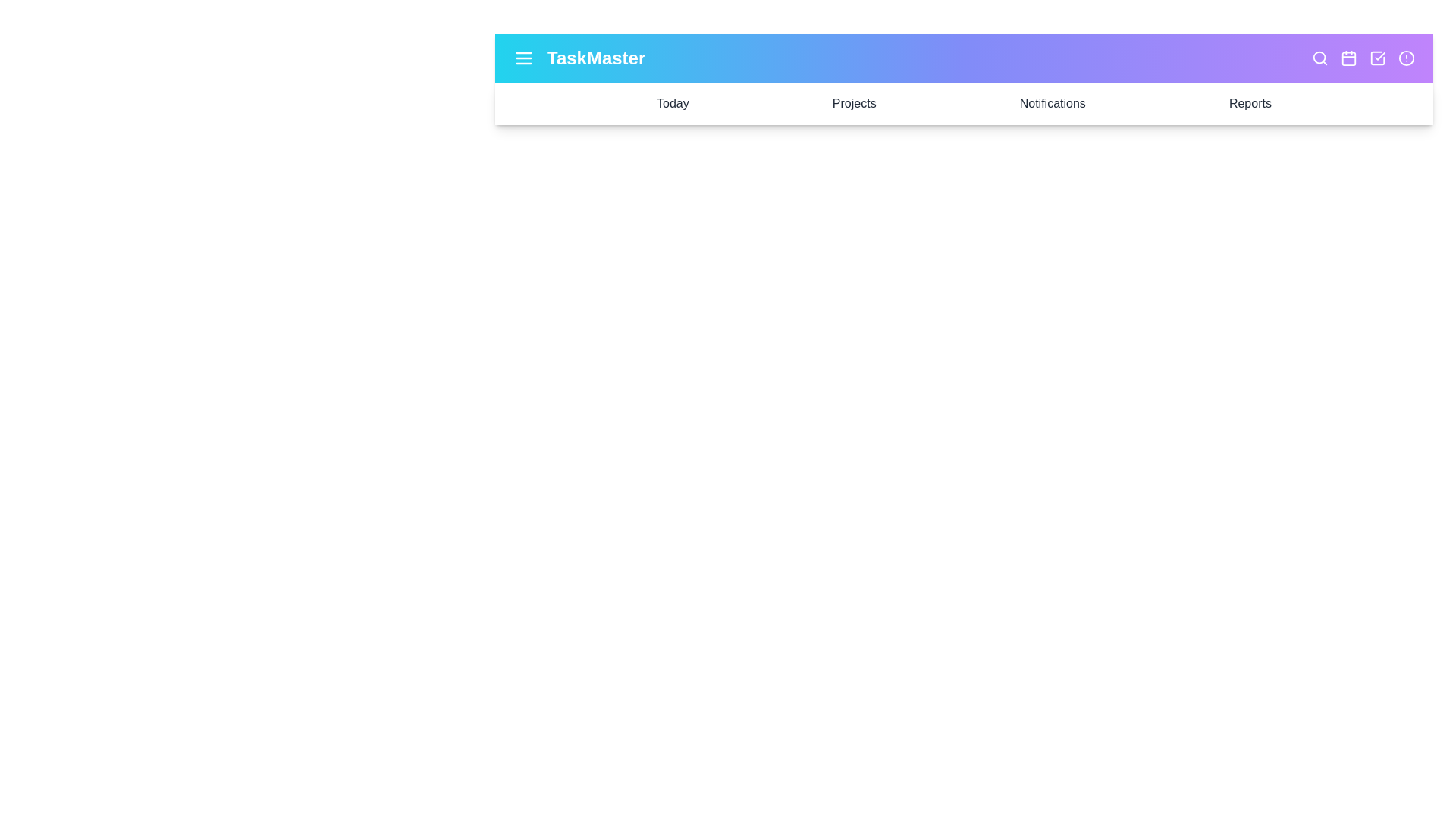 This screenshot has width=1456, height=819. I want to click on the 'Notifications' menu item in the navigation bar, so click(1051, 103).